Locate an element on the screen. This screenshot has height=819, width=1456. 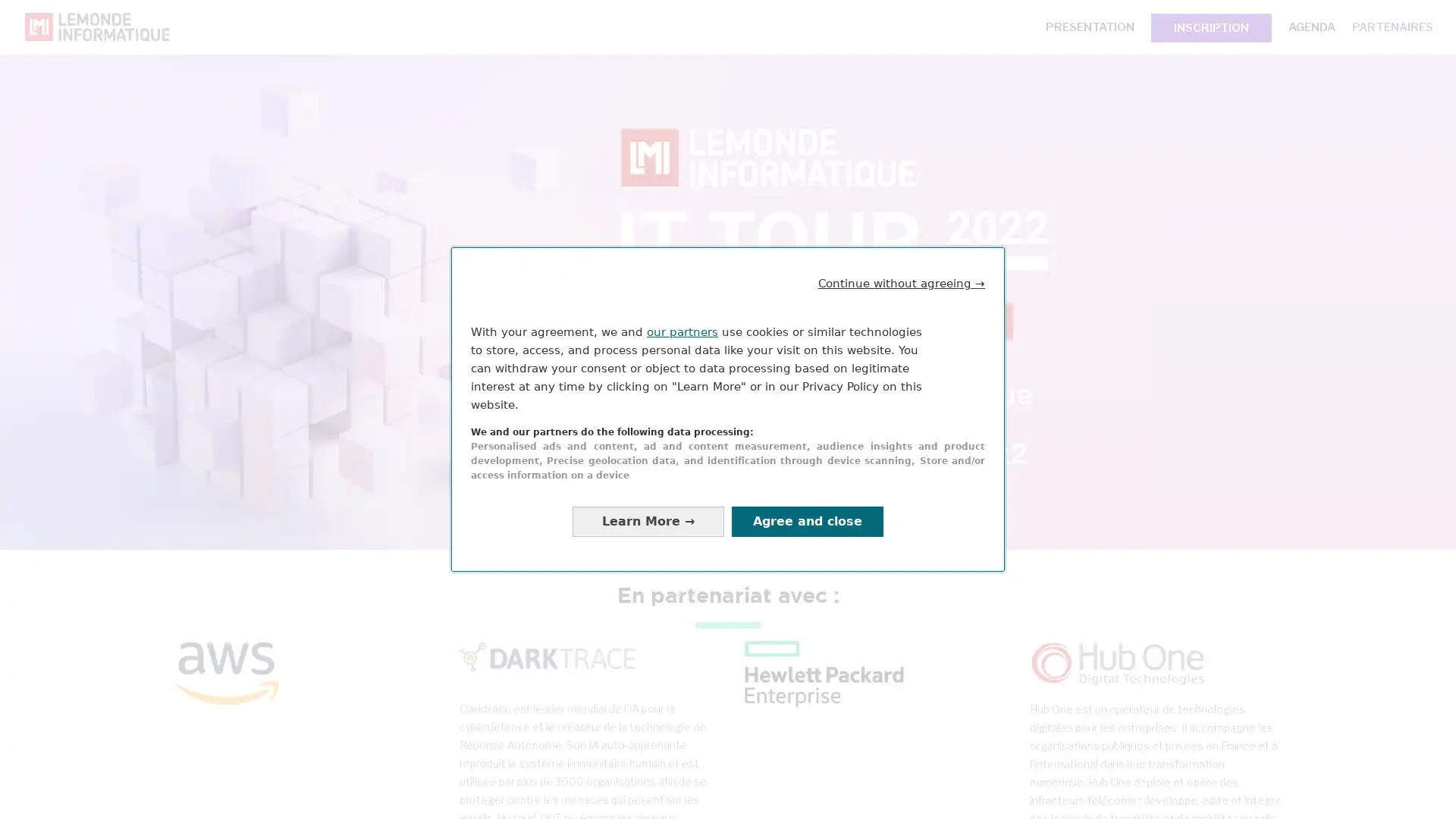
Agree to our data processing and close is located at coordinates (807, 520).